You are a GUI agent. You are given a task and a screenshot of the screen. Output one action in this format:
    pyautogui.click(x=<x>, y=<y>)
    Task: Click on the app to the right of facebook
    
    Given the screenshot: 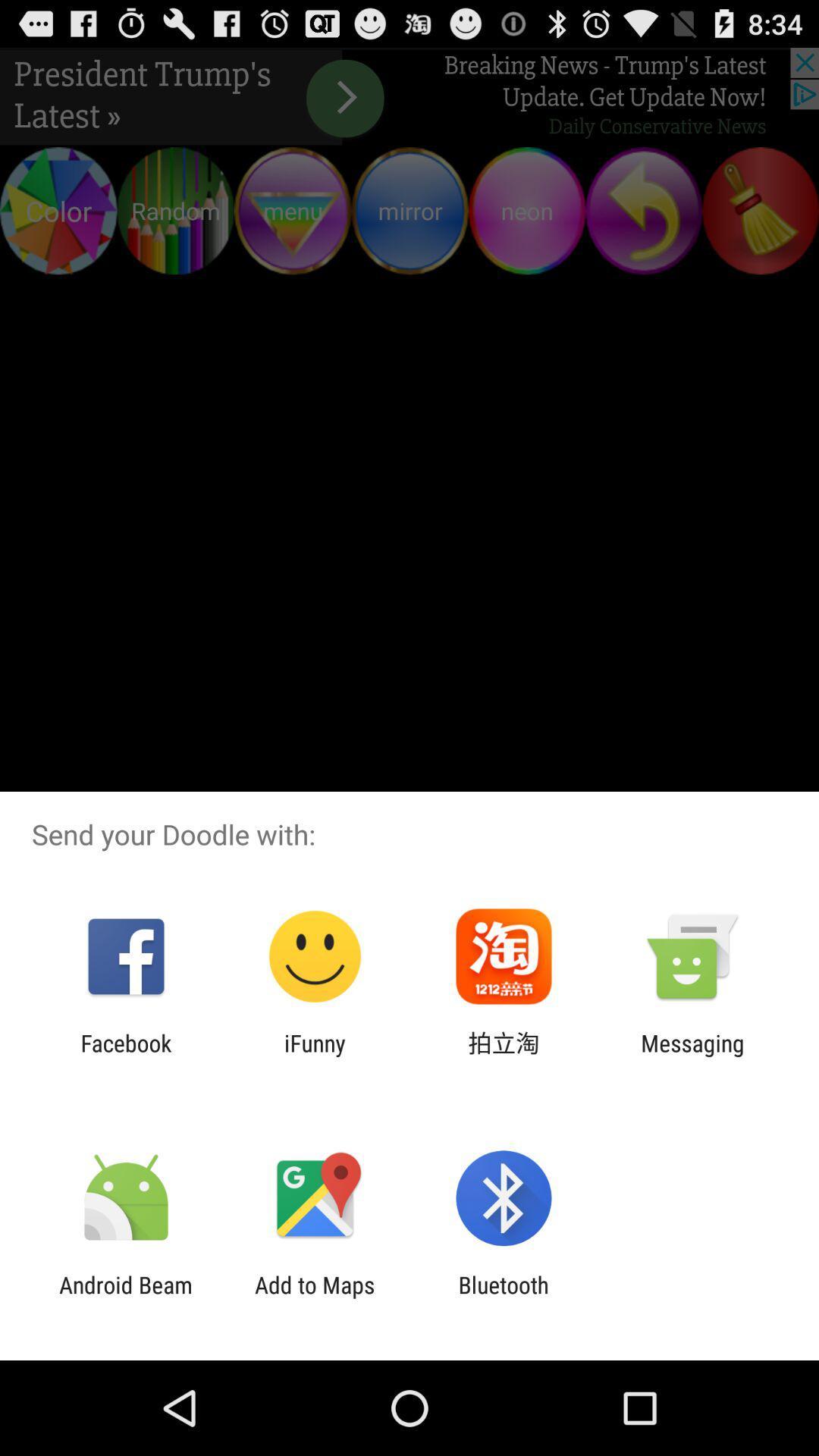 What is the action you would take?
    pyautogui.click(x=314, y=1056)
    